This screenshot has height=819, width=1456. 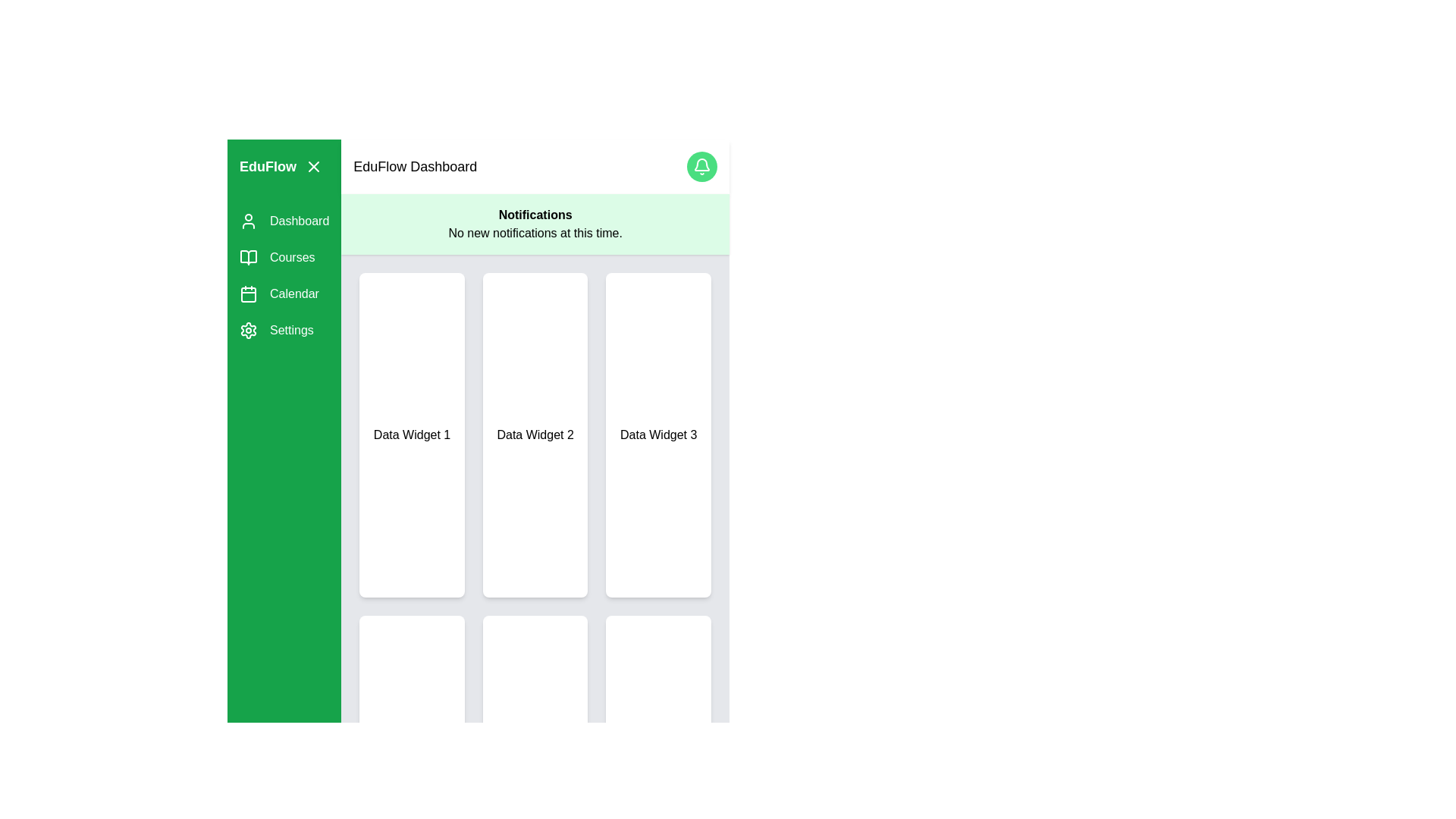 What do you see at coordinates (284, 256) in the screenshot?
I see `the green 'Courses' button, which is the second option in the vertical menu on the left` at bounding box center [284, 256].